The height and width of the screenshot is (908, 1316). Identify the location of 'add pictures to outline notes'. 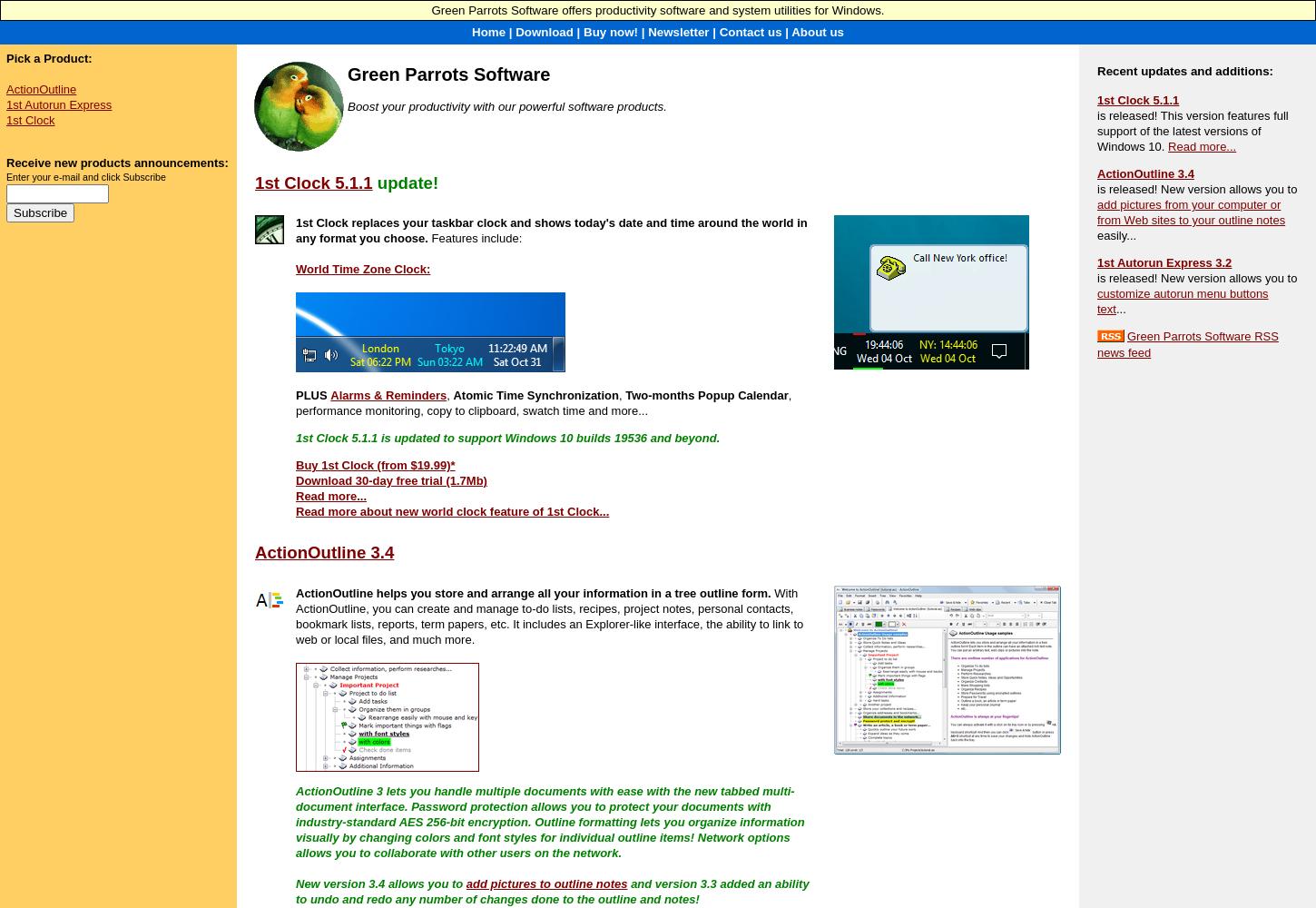
(546, 882).